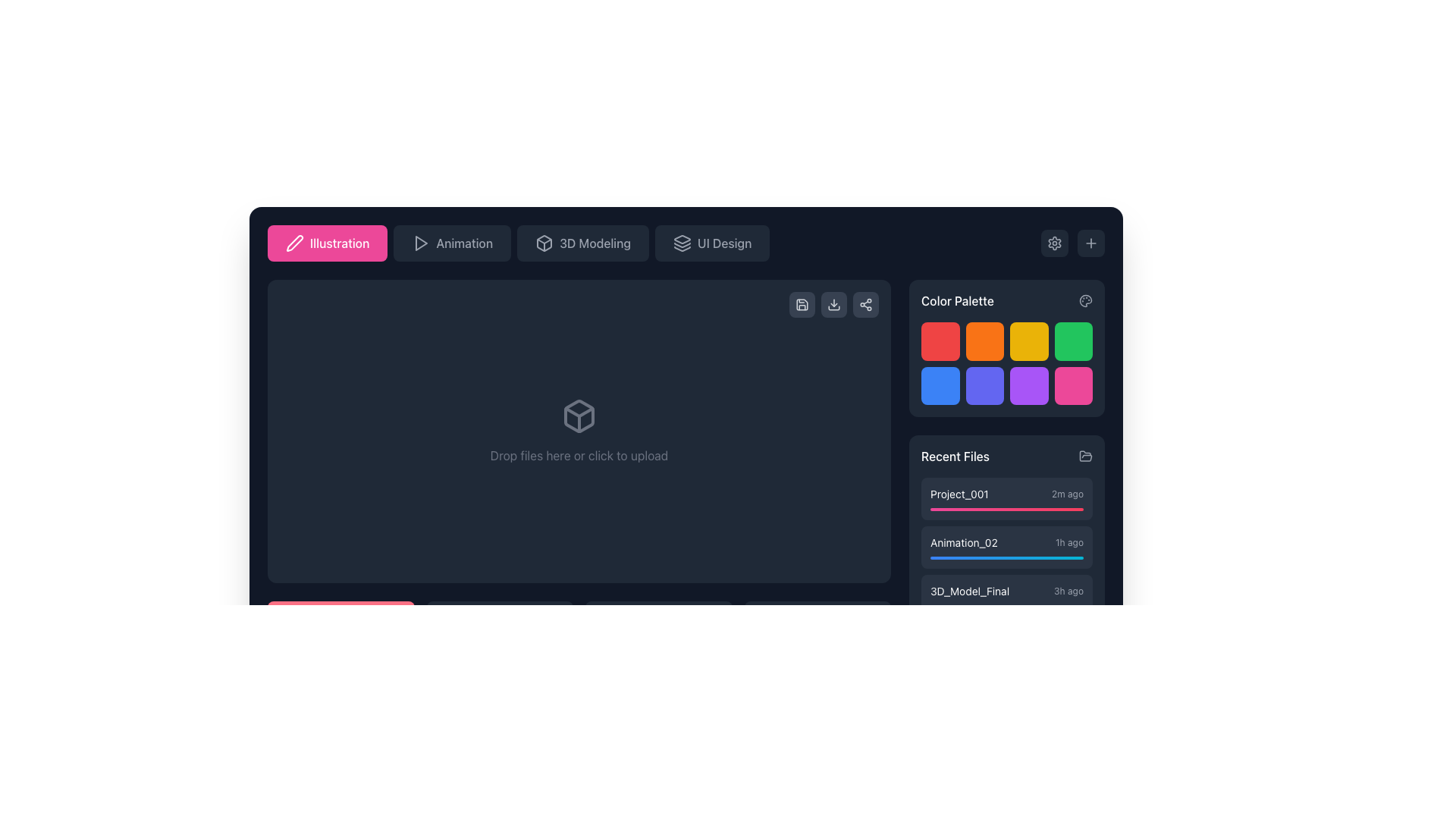 Image resolution: width=1456 pixels, height=819 pixels. I want to click on the selectable color square in the rightmost column of the first row in the grid to observe the hover effect, so click(1072, 341).